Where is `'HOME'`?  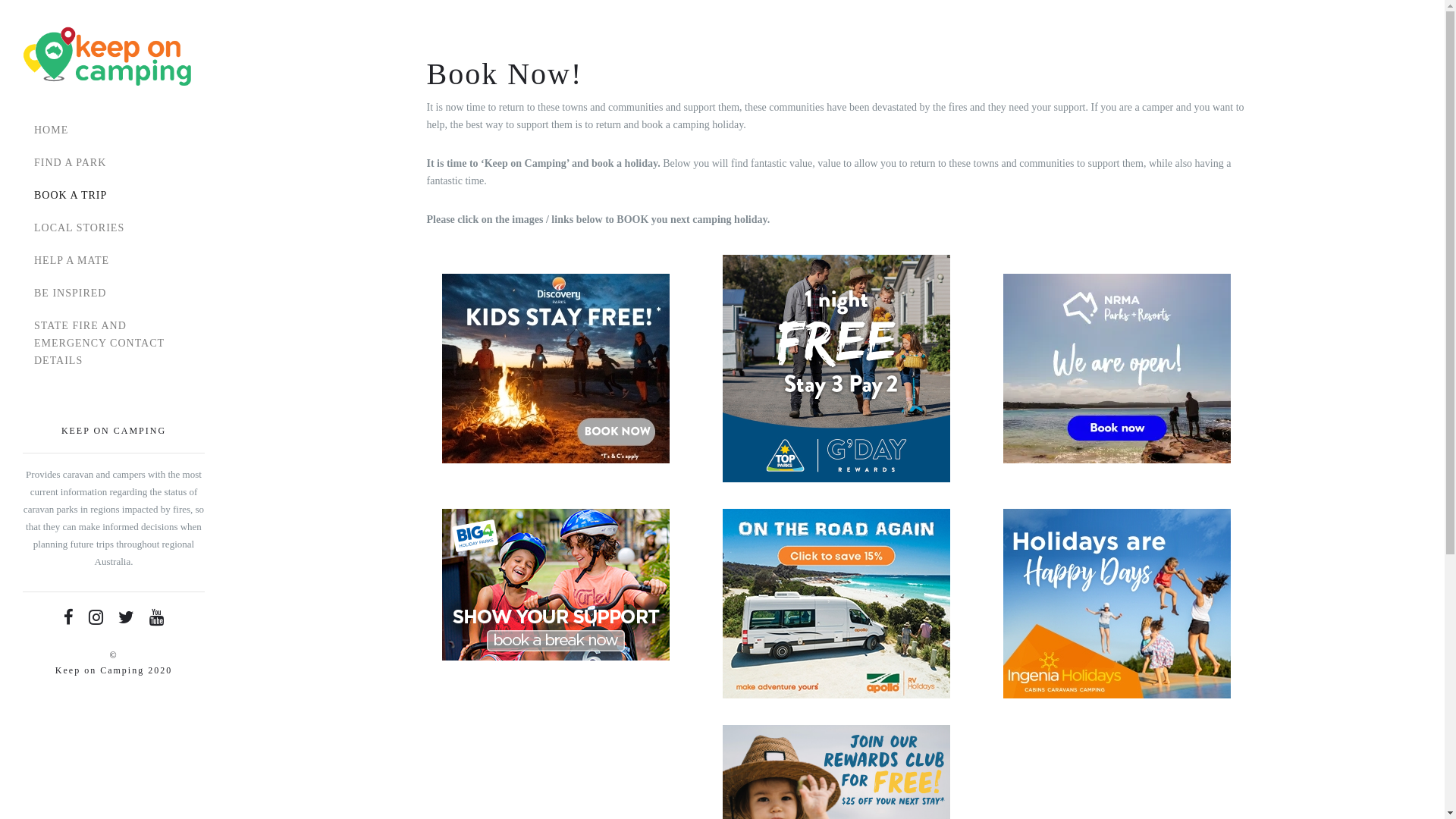 'HOME' is located at coordinates (112, 129).